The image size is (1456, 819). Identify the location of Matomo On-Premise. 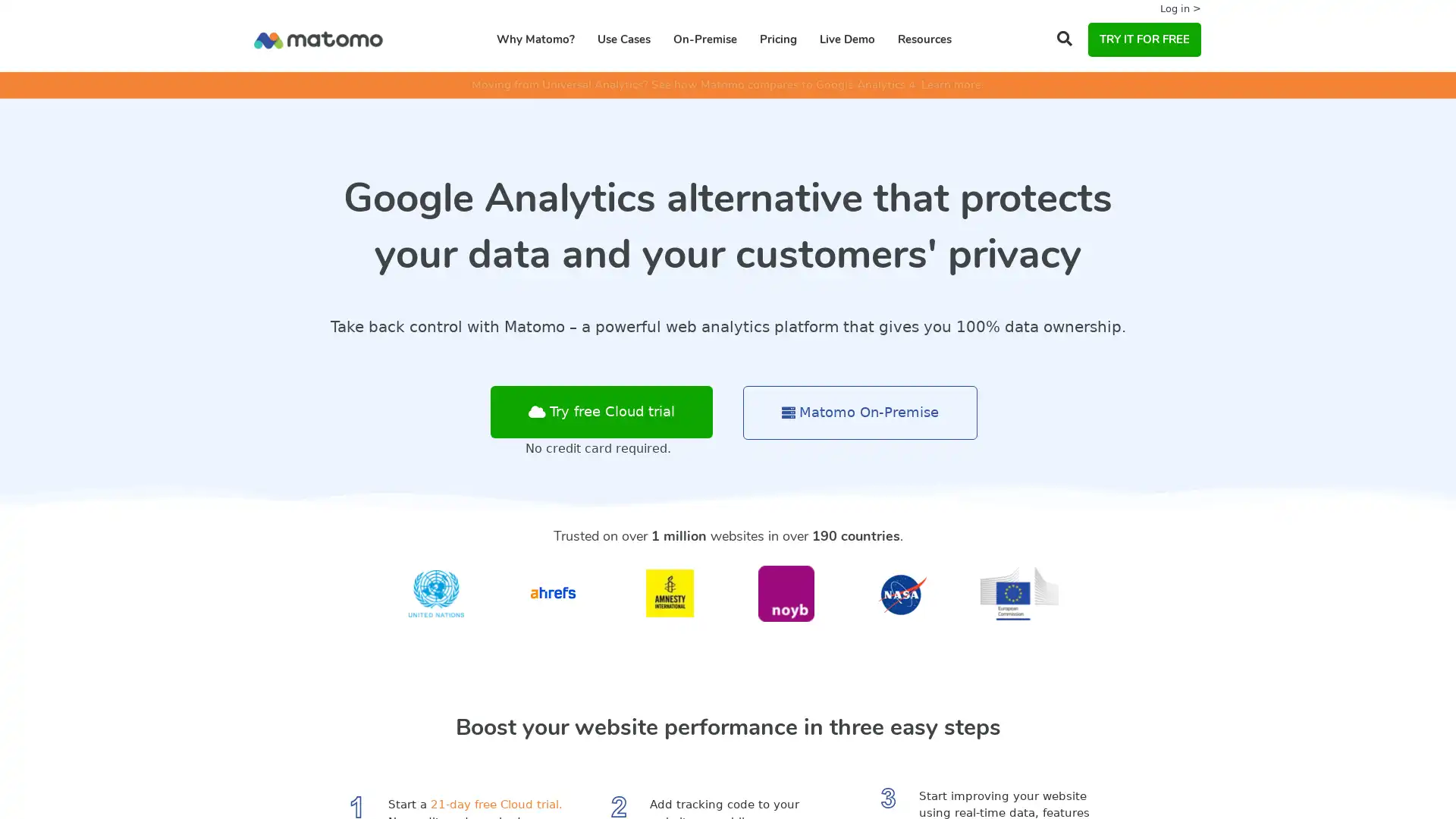
(860, 413).